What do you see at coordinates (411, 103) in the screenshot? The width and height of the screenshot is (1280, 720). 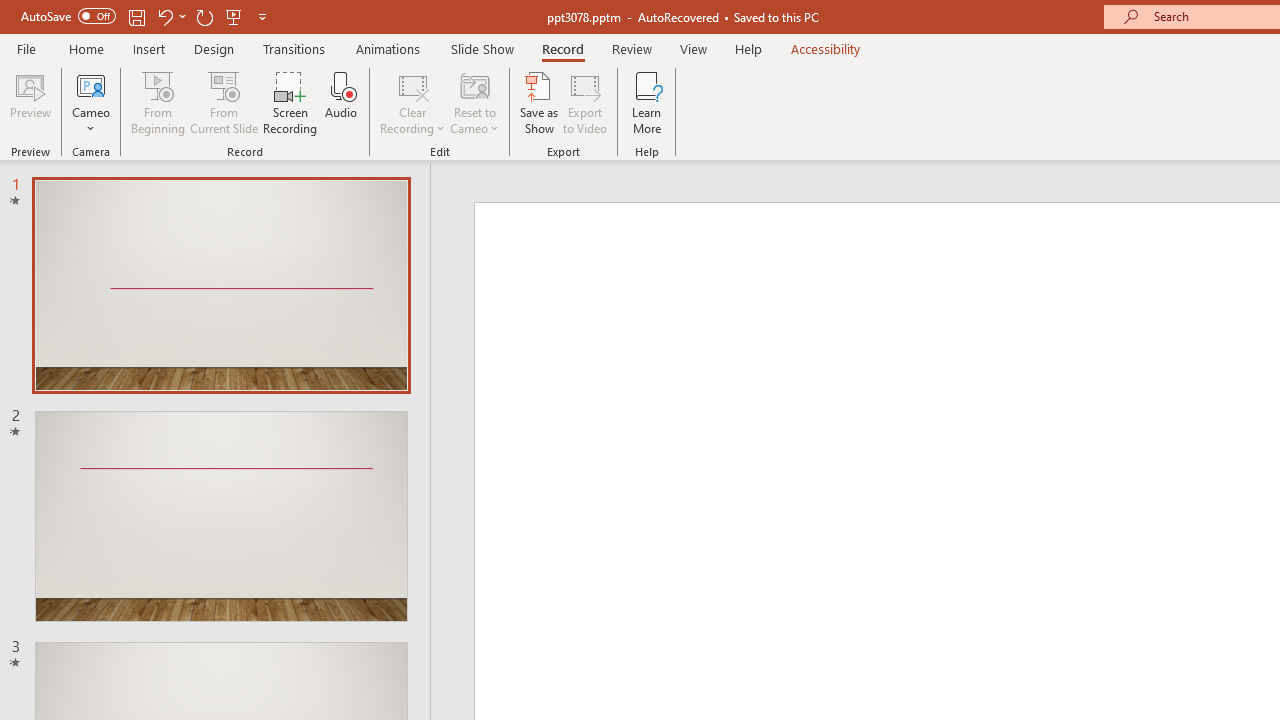 I see `'Clear Recording'` at bounding box center [411, 103].